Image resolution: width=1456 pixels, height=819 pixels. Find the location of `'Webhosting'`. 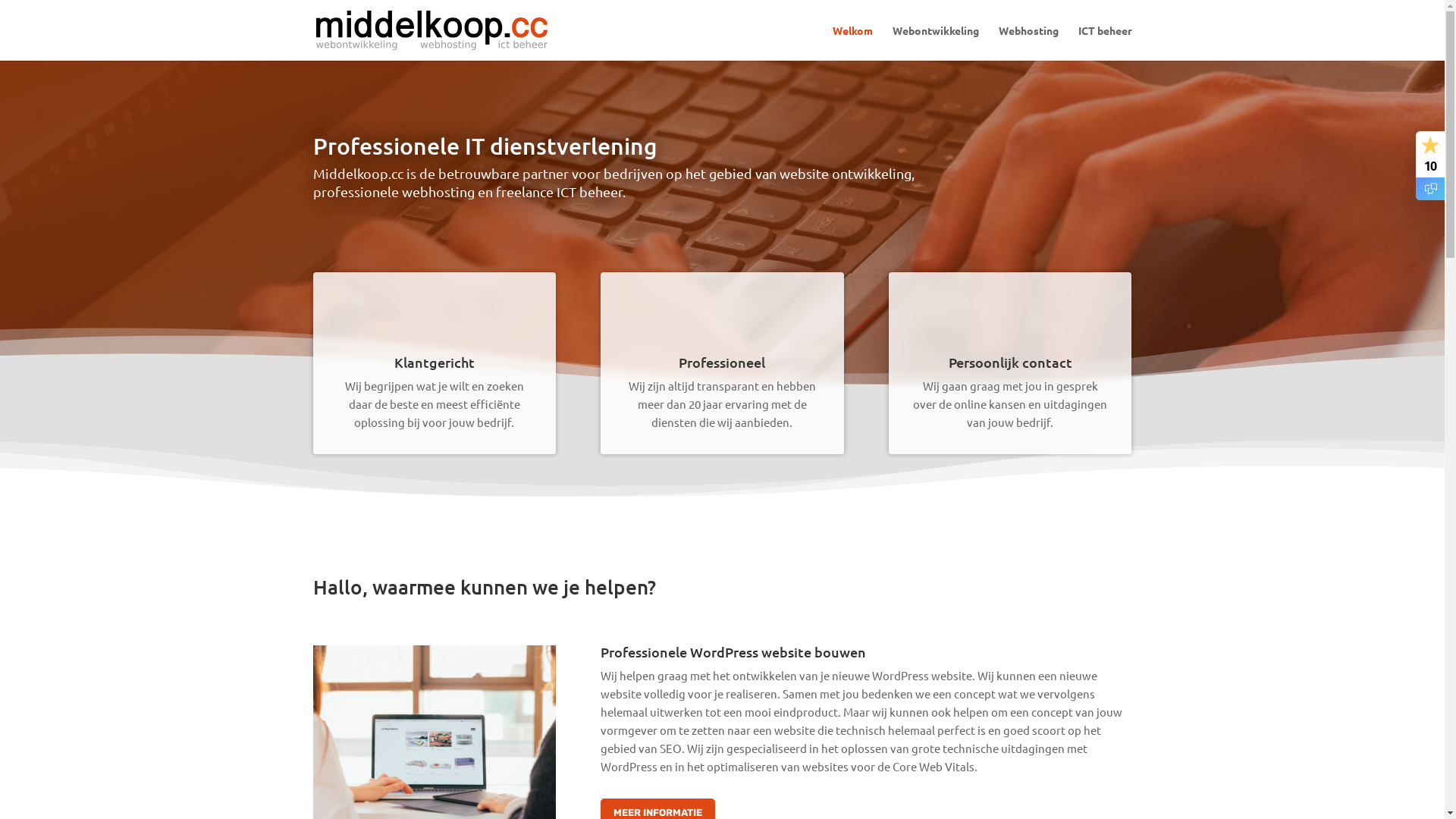

'Webhosting' is located at coordinates (1028, 42).